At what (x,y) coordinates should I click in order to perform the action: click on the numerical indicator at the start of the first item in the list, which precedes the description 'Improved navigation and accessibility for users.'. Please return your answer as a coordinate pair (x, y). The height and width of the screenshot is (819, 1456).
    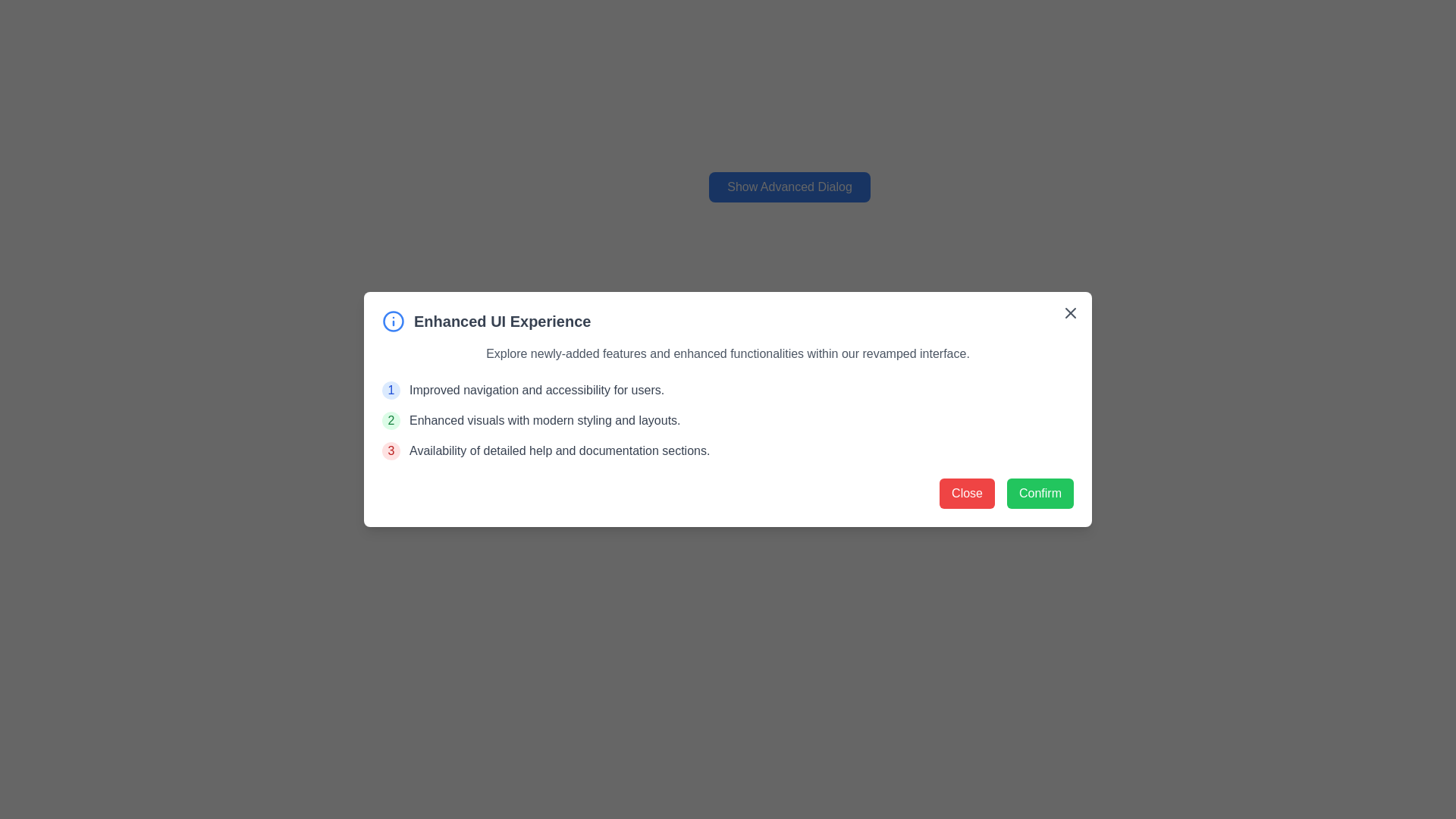
    Looking at the image, I should click on (391, 390).